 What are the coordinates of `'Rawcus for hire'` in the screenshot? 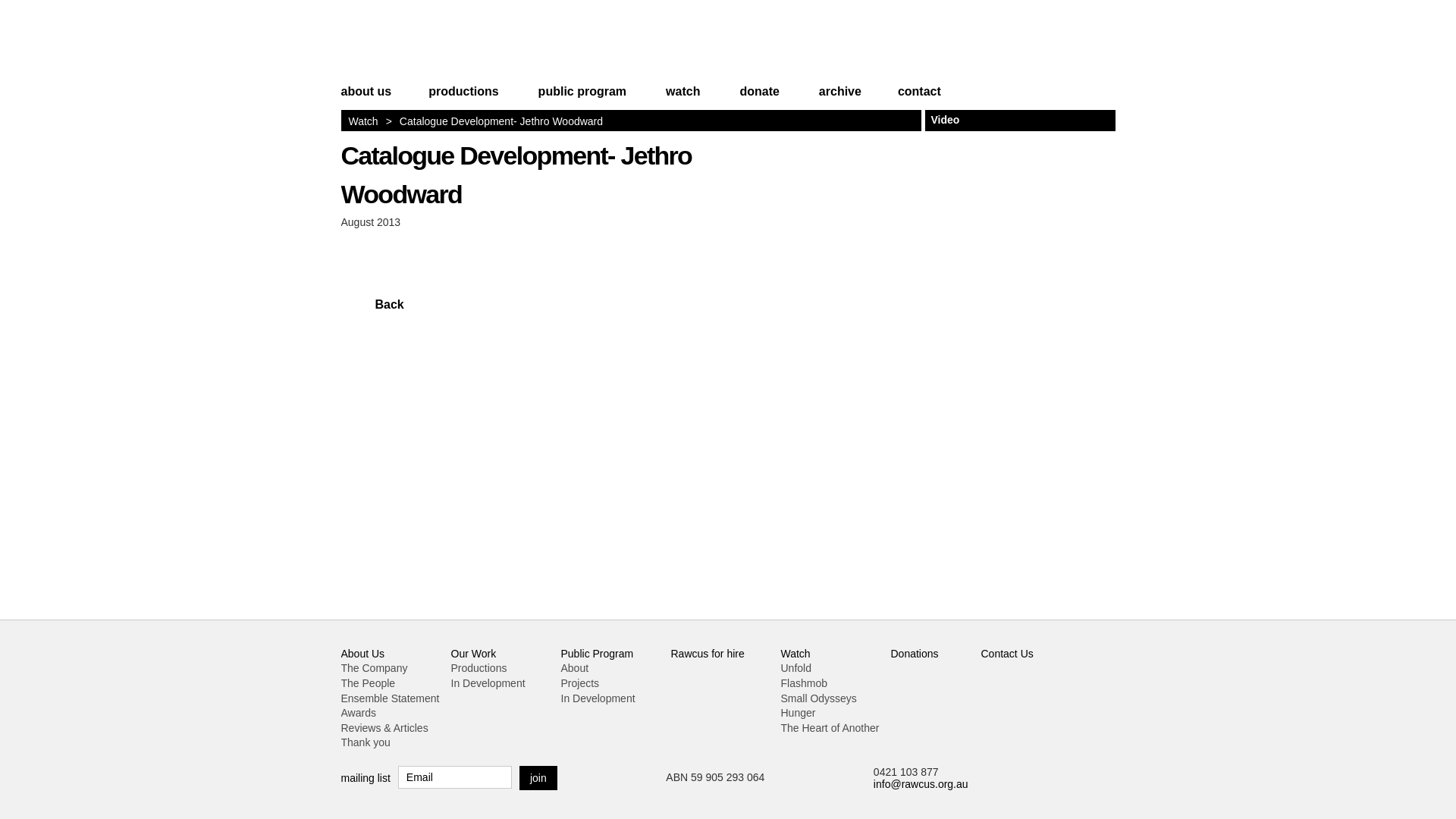 It's located at (706, 652).